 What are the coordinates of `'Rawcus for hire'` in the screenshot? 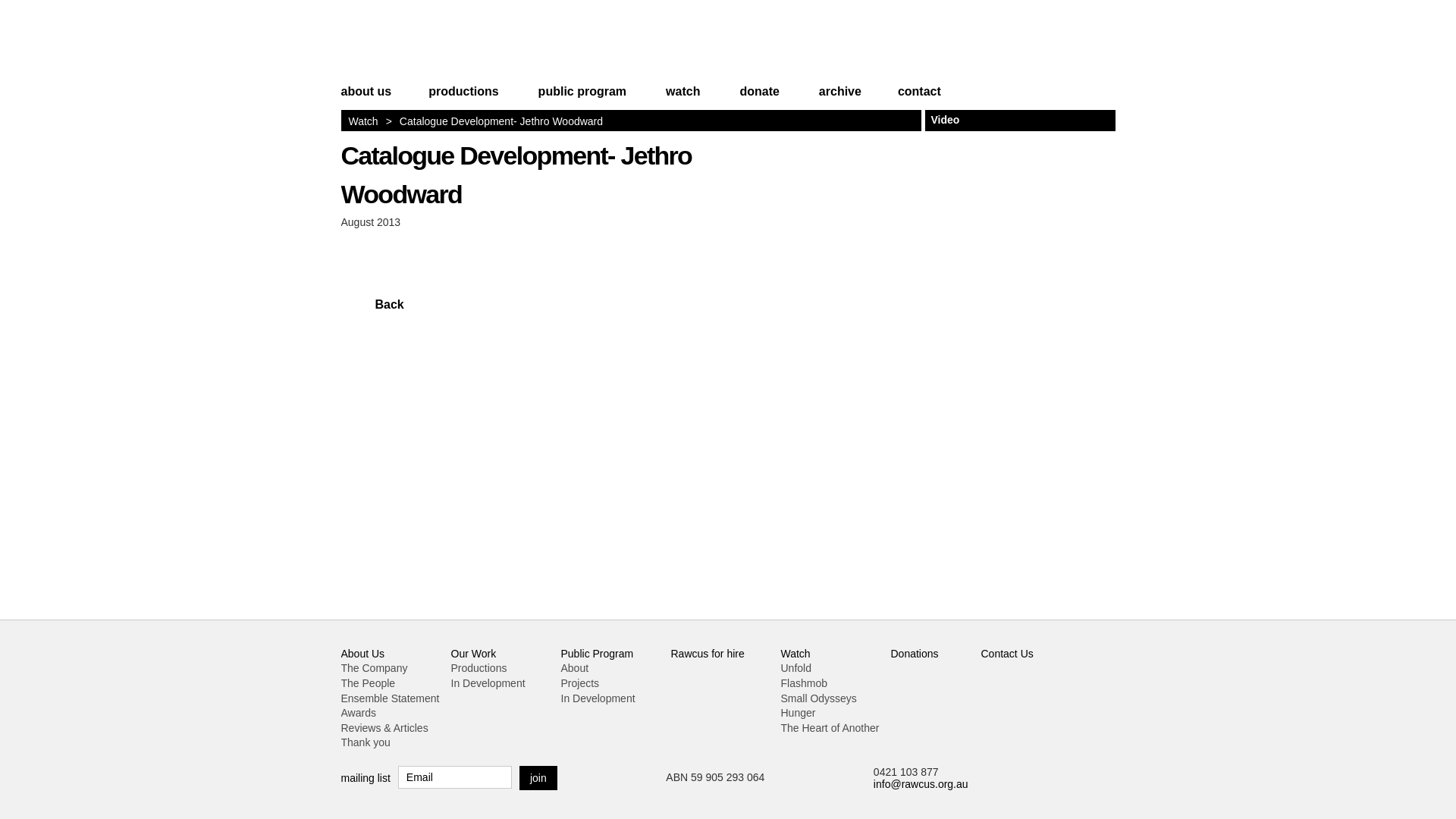 It's located at (706, 652).